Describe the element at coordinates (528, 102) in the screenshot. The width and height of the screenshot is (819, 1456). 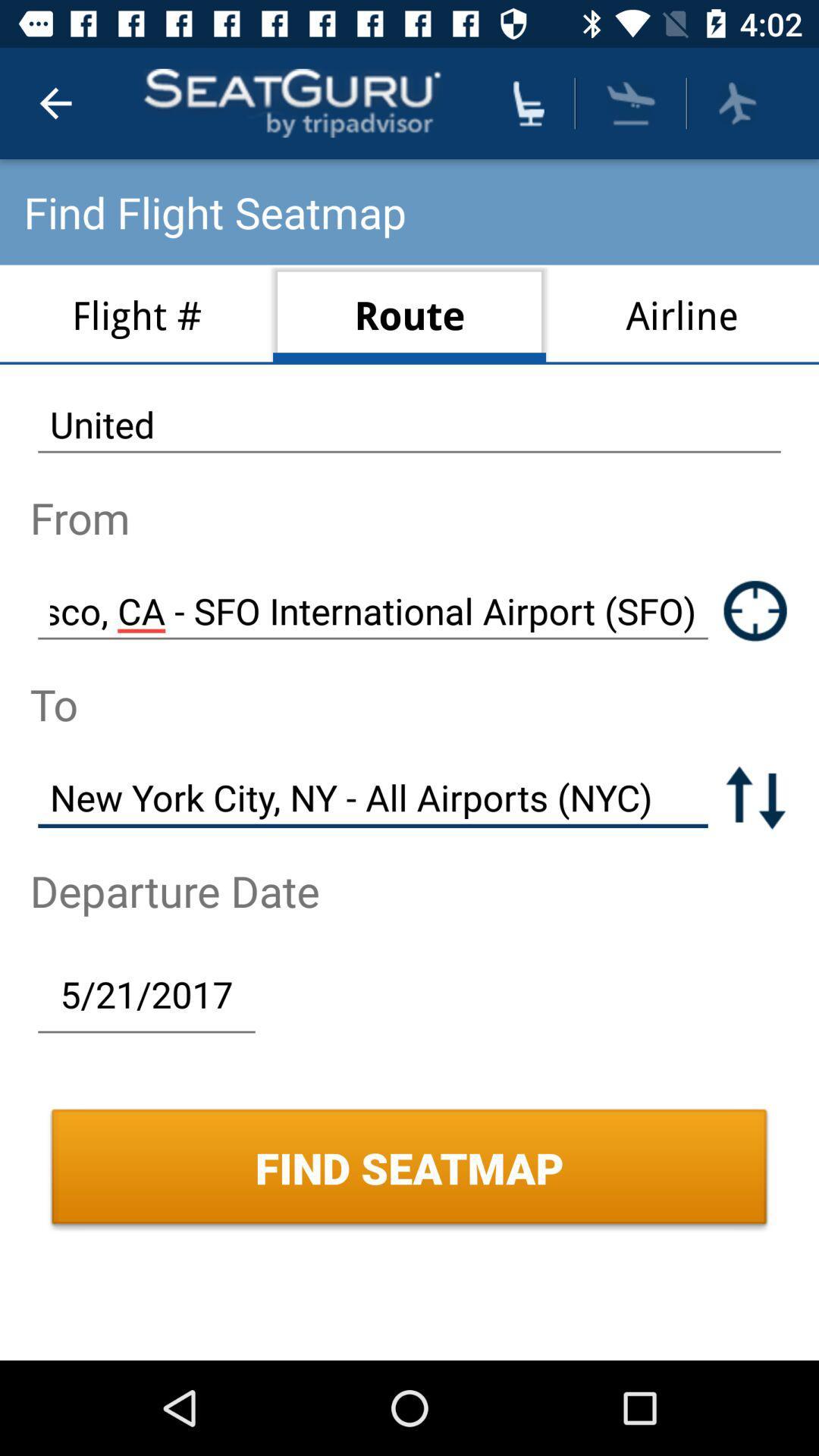
I see `find seat location` at that location.